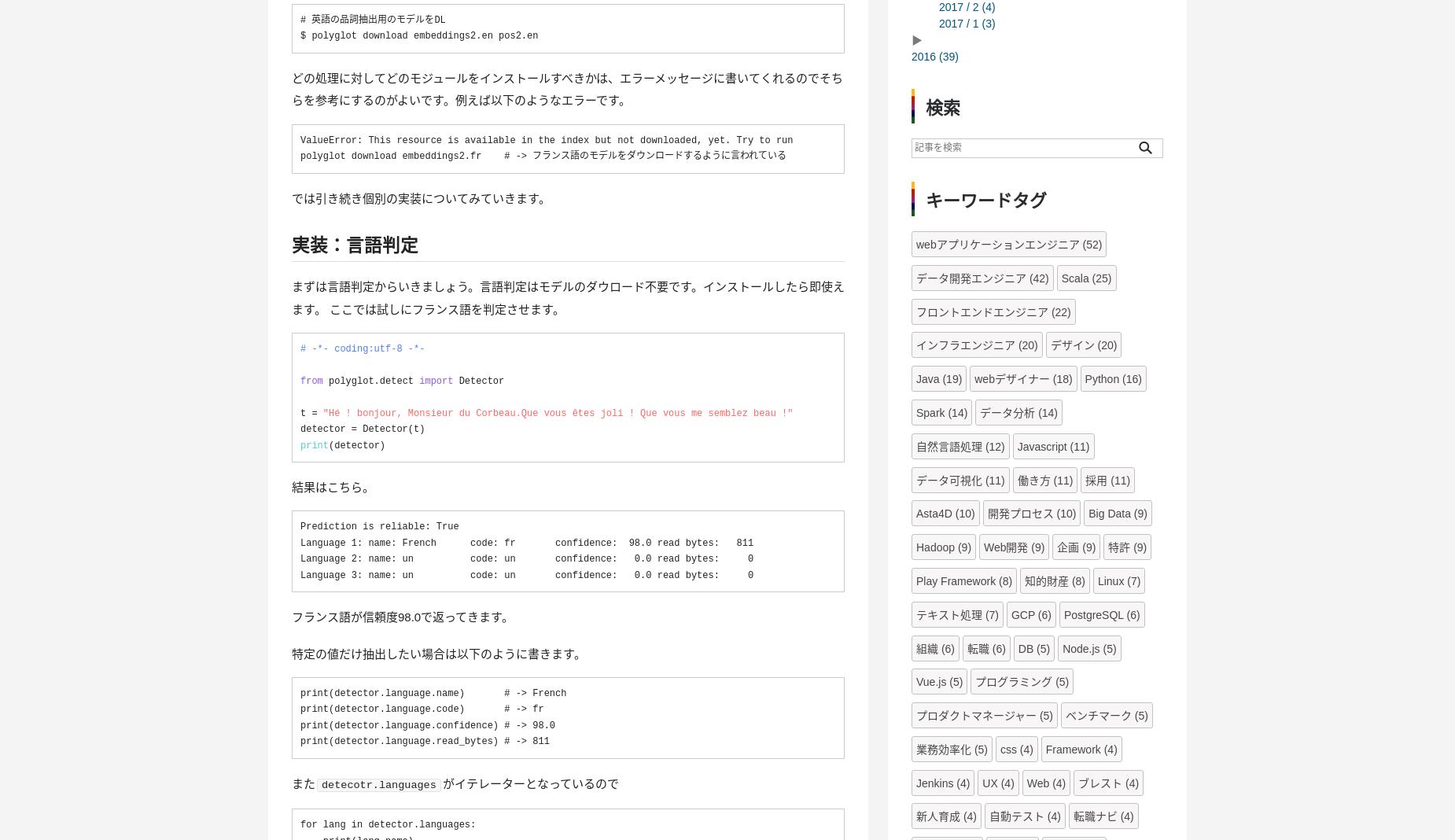 The width and height of the screenshot is (1455, 840). What do you see at coordinates (981, 276) in the screenshot?
I see `'データ開発エンジニア (42)'` at bounding box center [981, 276].